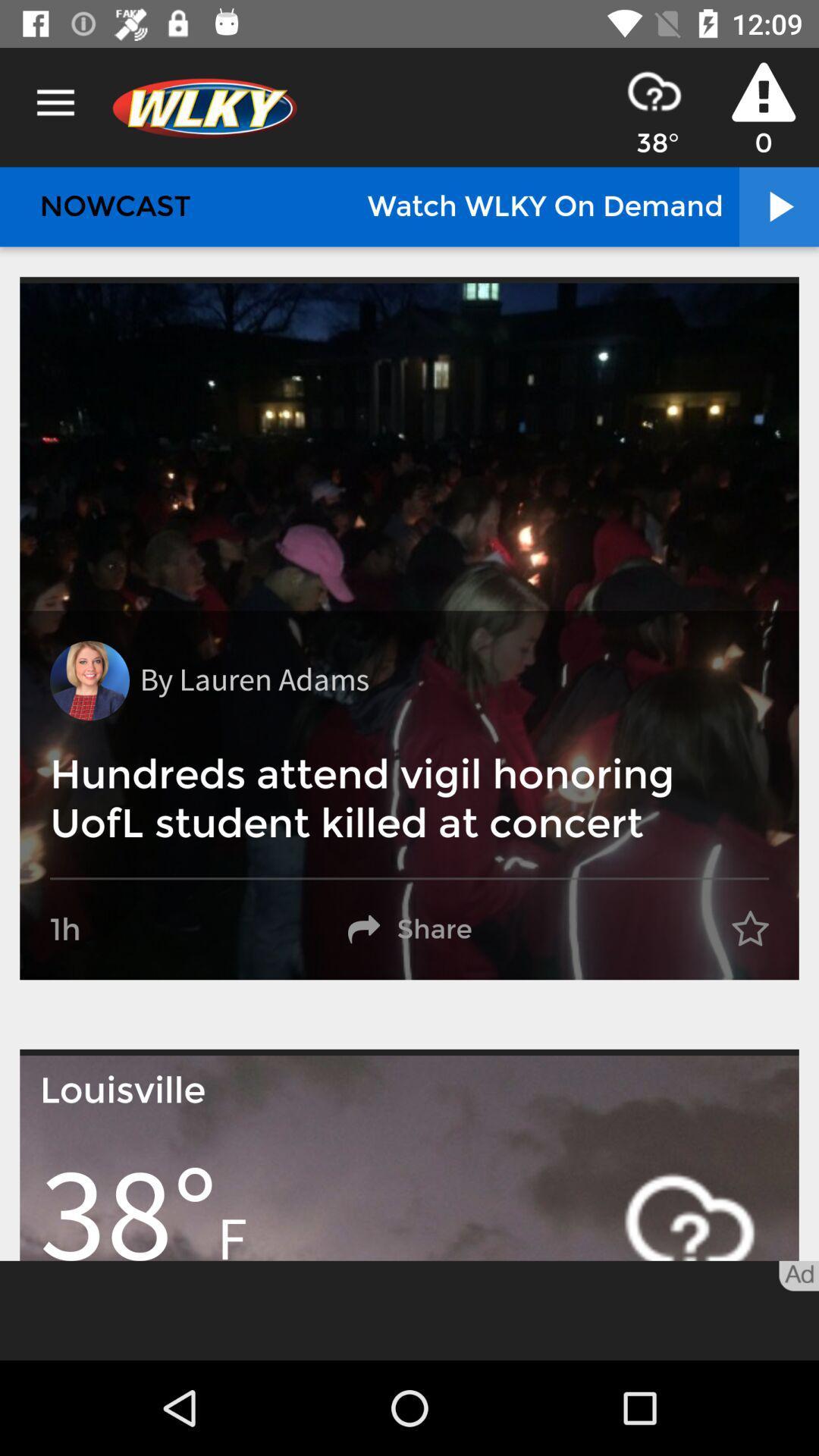 This screenshot has height=1456, width=819. Describe the element at coordinates (89, 679) in the screenshot. I see `the icon next to the by lauren adams item` at that location.